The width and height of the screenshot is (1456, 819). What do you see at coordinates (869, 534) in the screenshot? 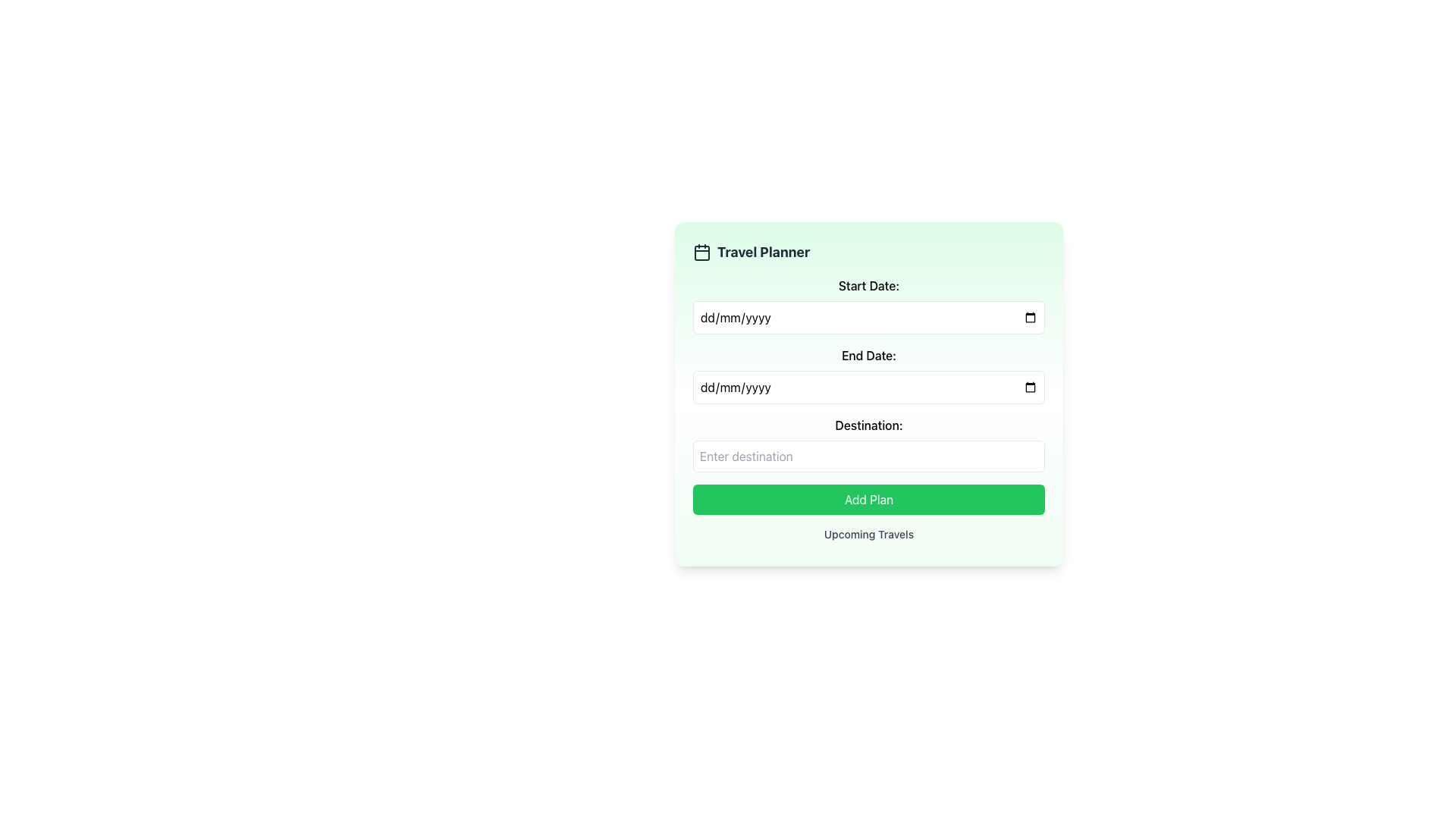
I see `the title or header text located at the bottom of the 'Travel Planner' section, directly below the 'Add Plan' button` at bounding box center [869, 534].